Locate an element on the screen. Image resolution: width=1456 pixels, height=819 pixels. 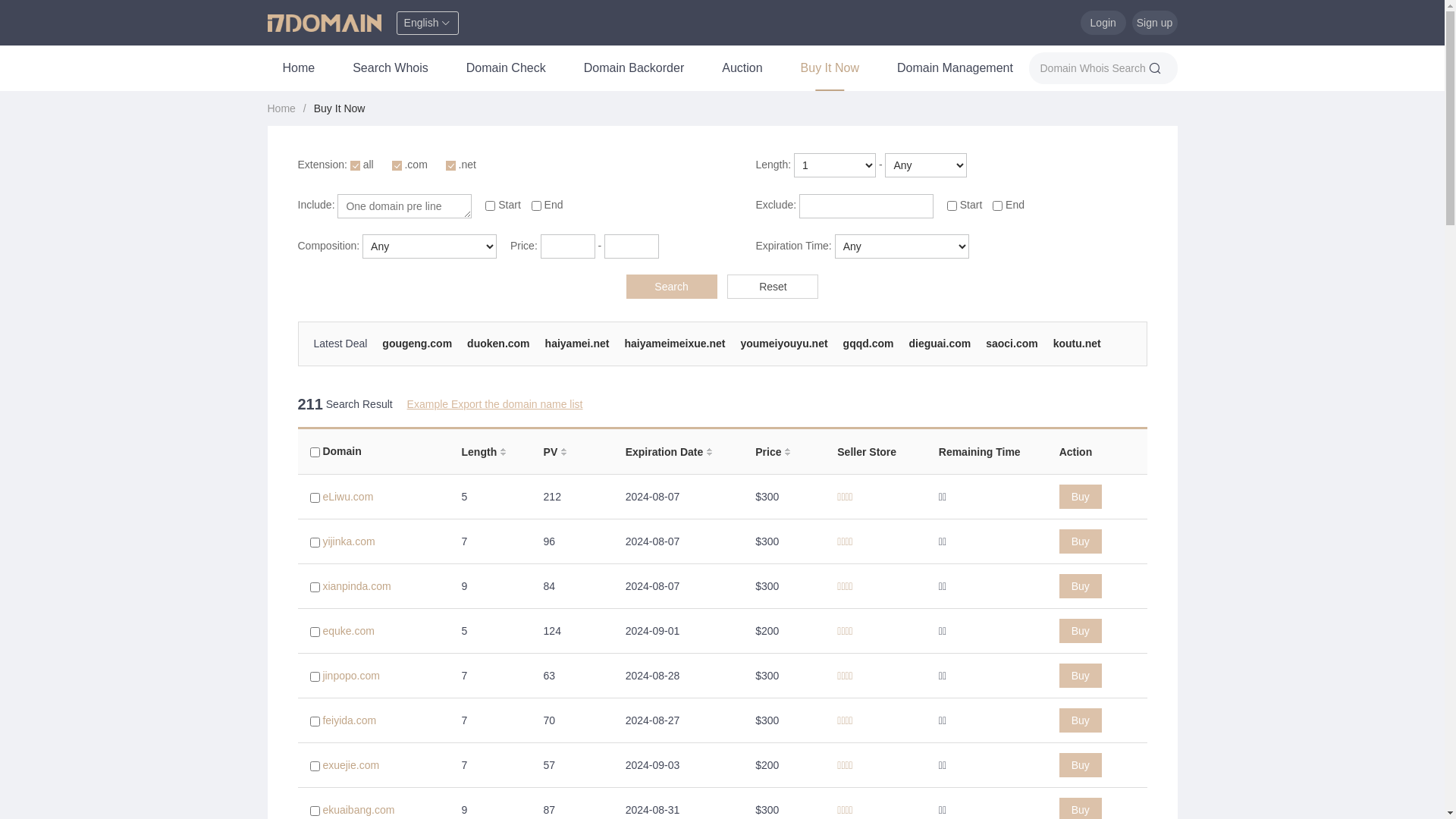
'Domain Management' is located at coordinates (954, 67).